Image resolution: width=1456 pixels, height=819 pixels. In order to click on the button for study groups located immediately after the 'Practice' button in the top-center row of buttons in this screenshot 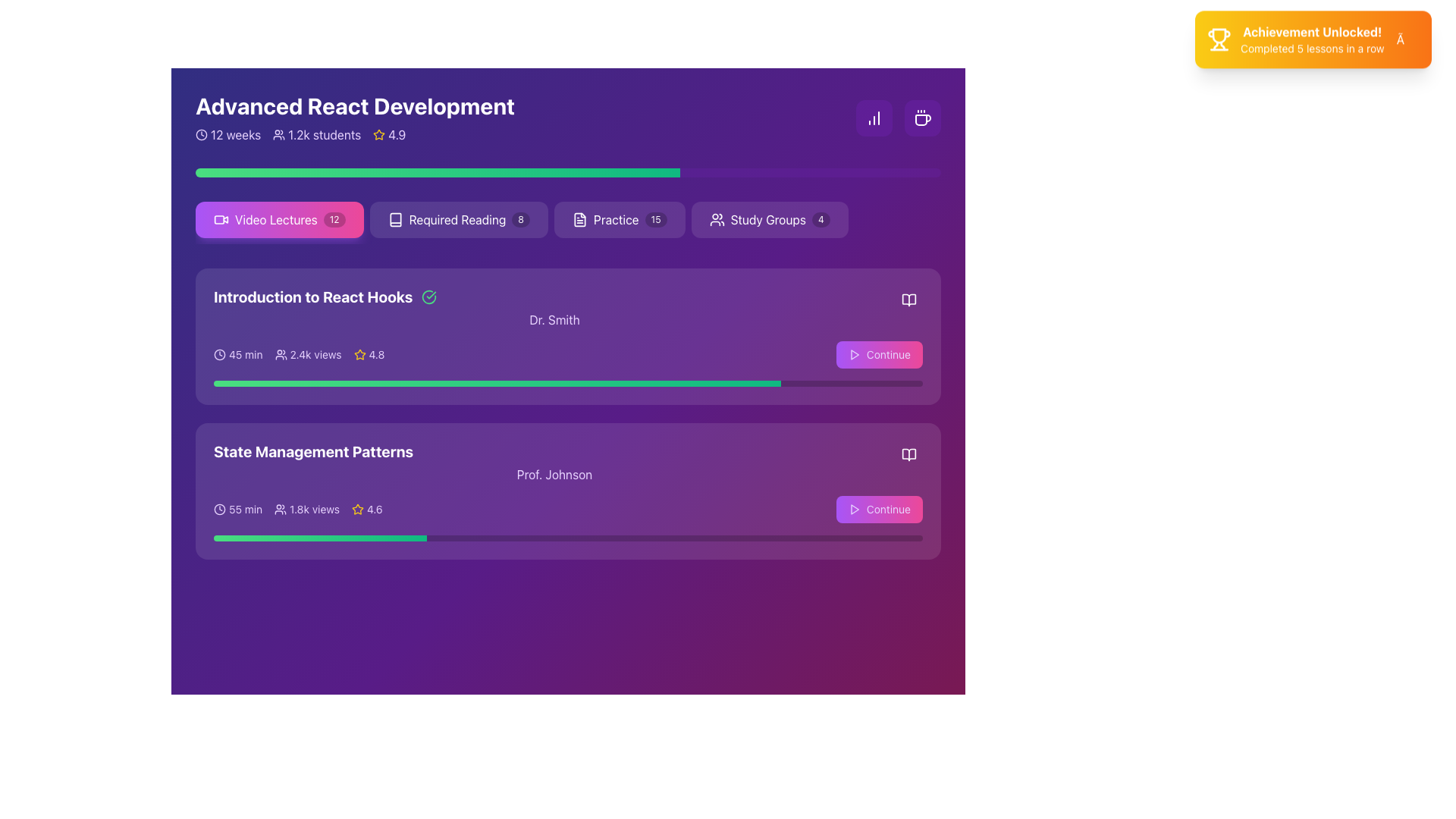, I will do `click(770, 219)`.